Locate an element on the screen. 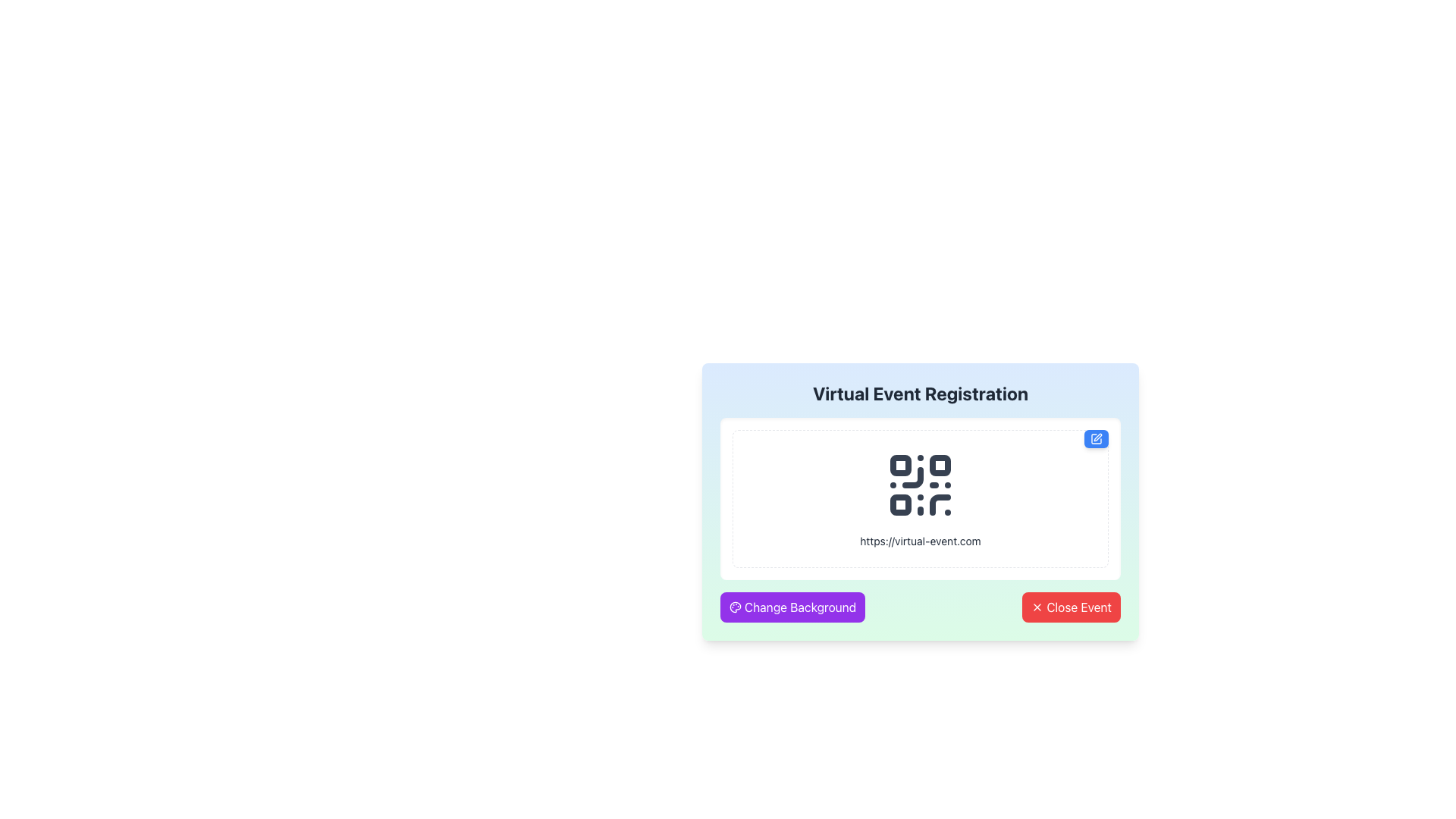 The height and width of the screenshot is (819, 1456). the blue button with rounded corners and a white pen icon located in the top-right corner of the QR code box is located at coordinates (1096, 438).